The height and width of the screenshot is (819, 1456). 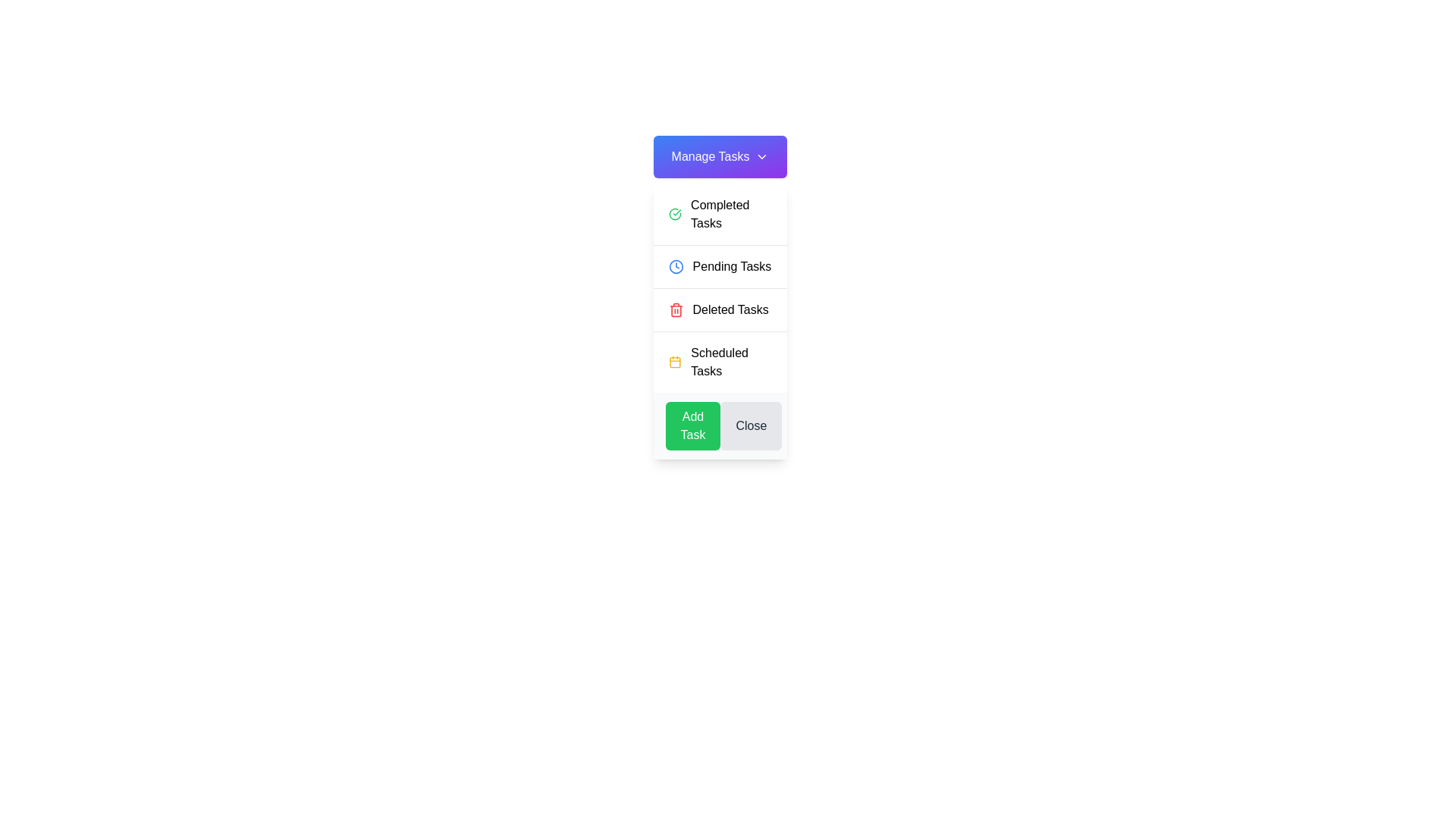 I want to click on the fourth item in the vertically aligned list of task categories, which serves as a navigational option for scheduled tasks, so click(x=720, y=362).